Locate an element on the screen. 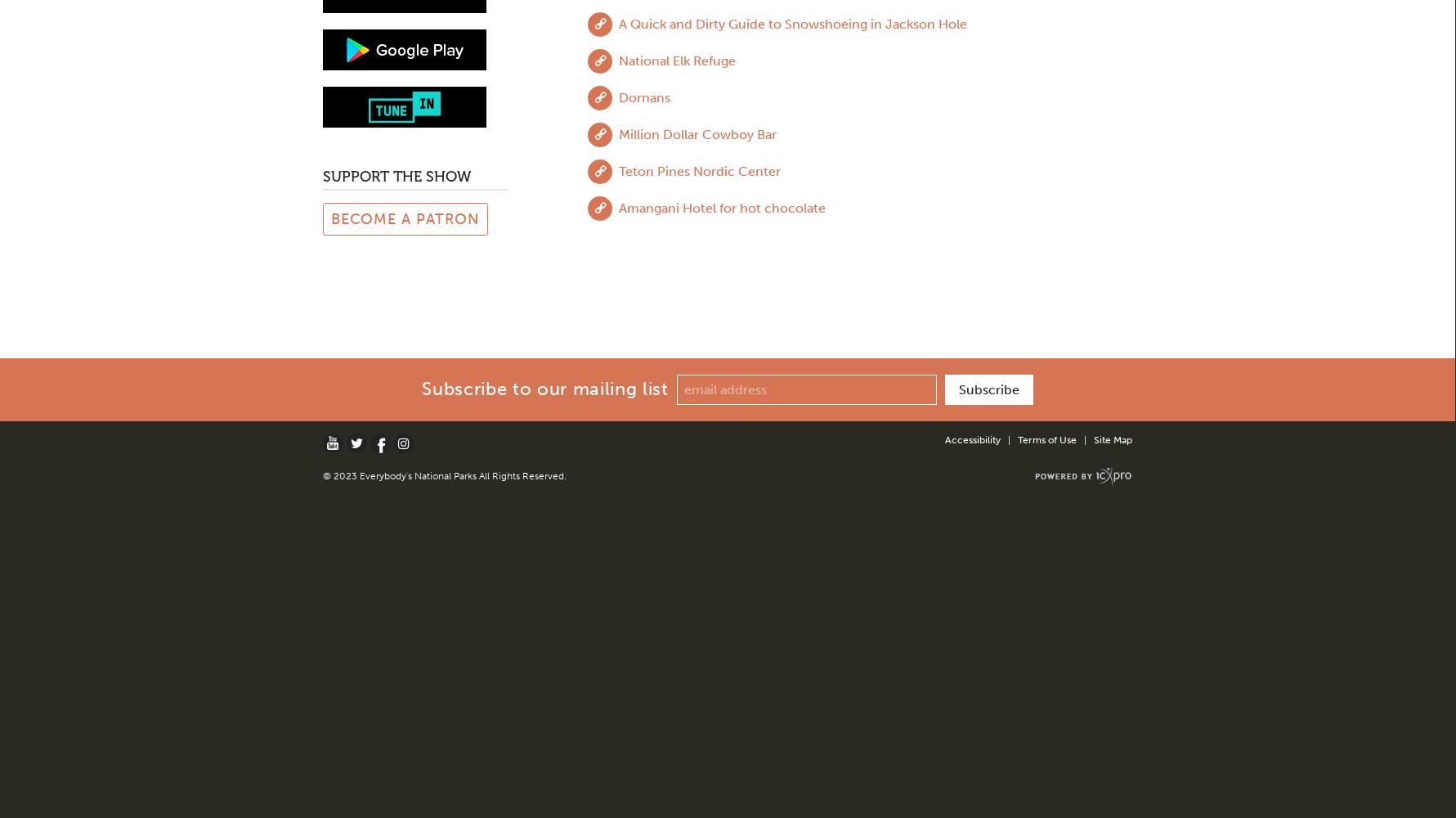  'Zion National Park' is located at coordinates (373, 72).